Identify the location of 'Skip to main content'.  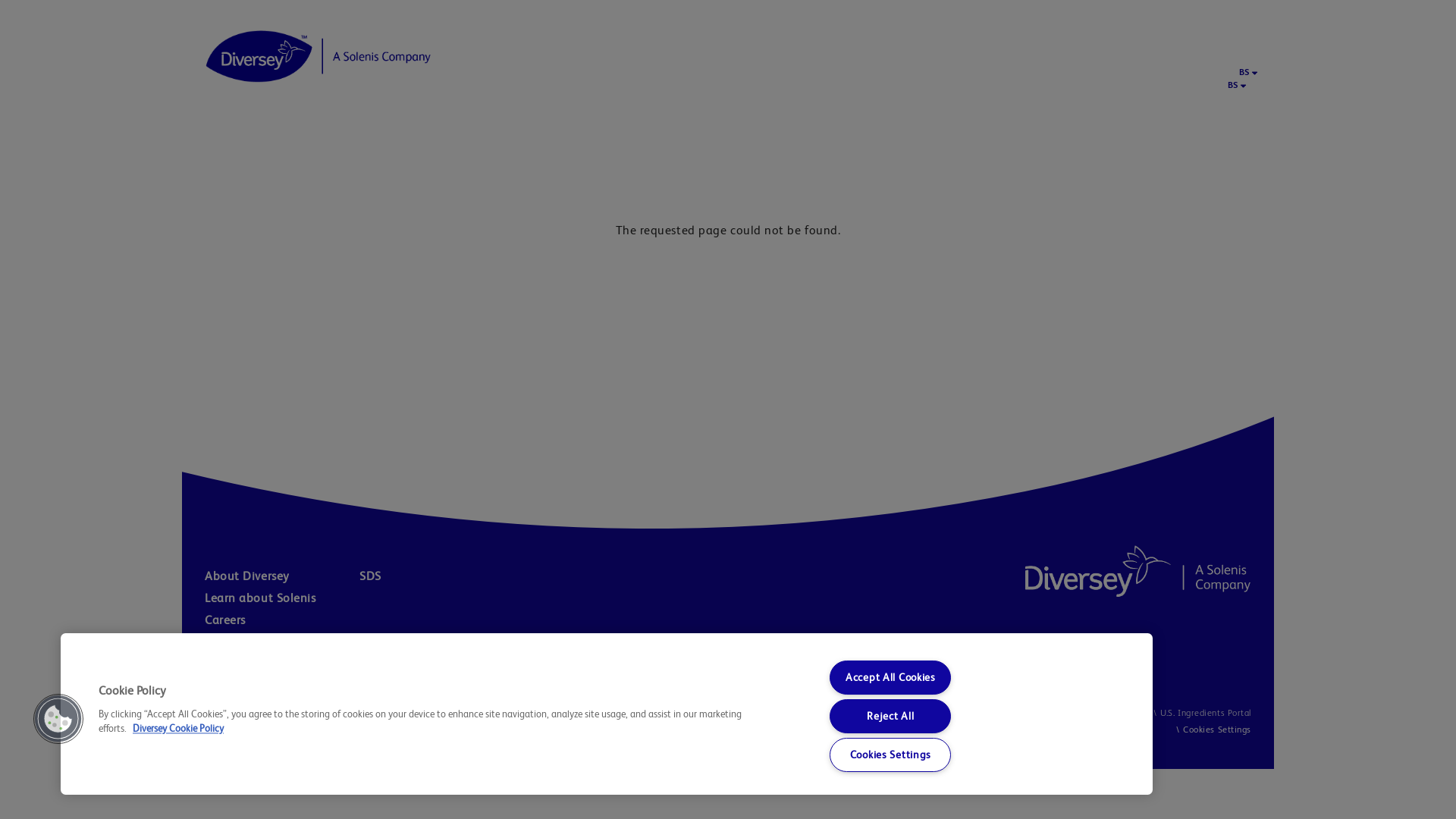
(0, 0).